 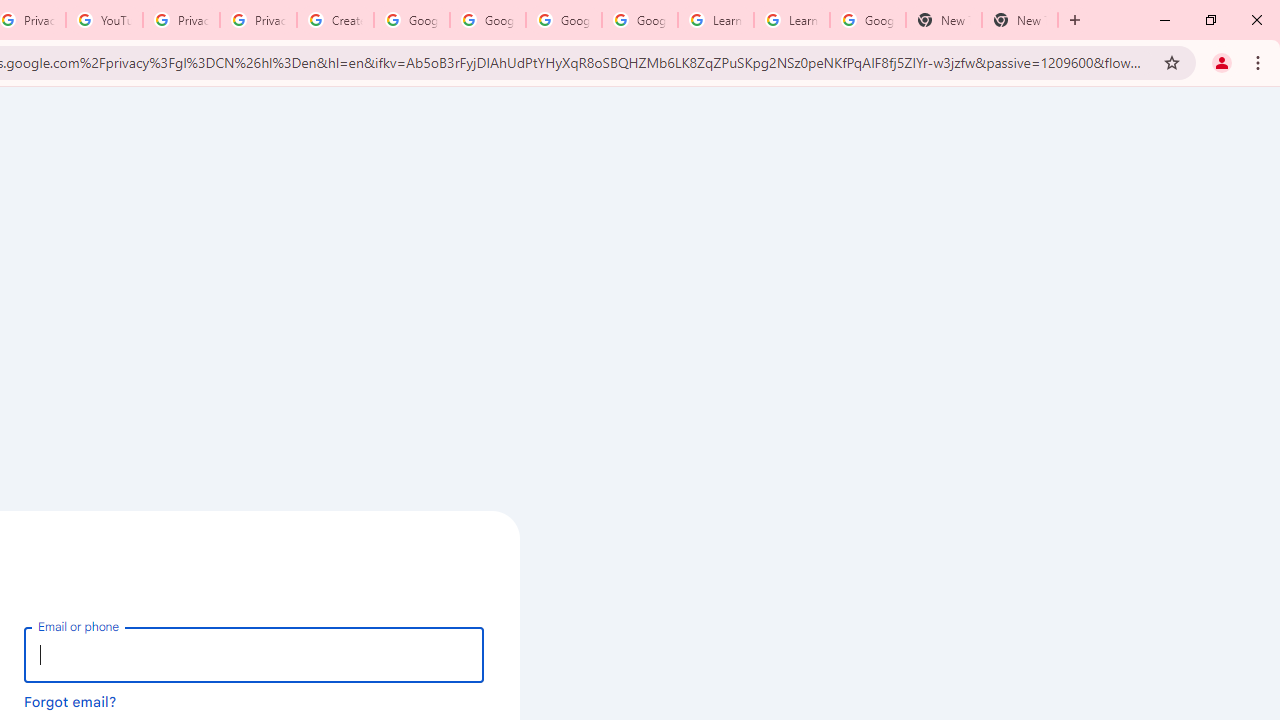 I want to click on 'Google Account Help', so click(x=411, y=20).